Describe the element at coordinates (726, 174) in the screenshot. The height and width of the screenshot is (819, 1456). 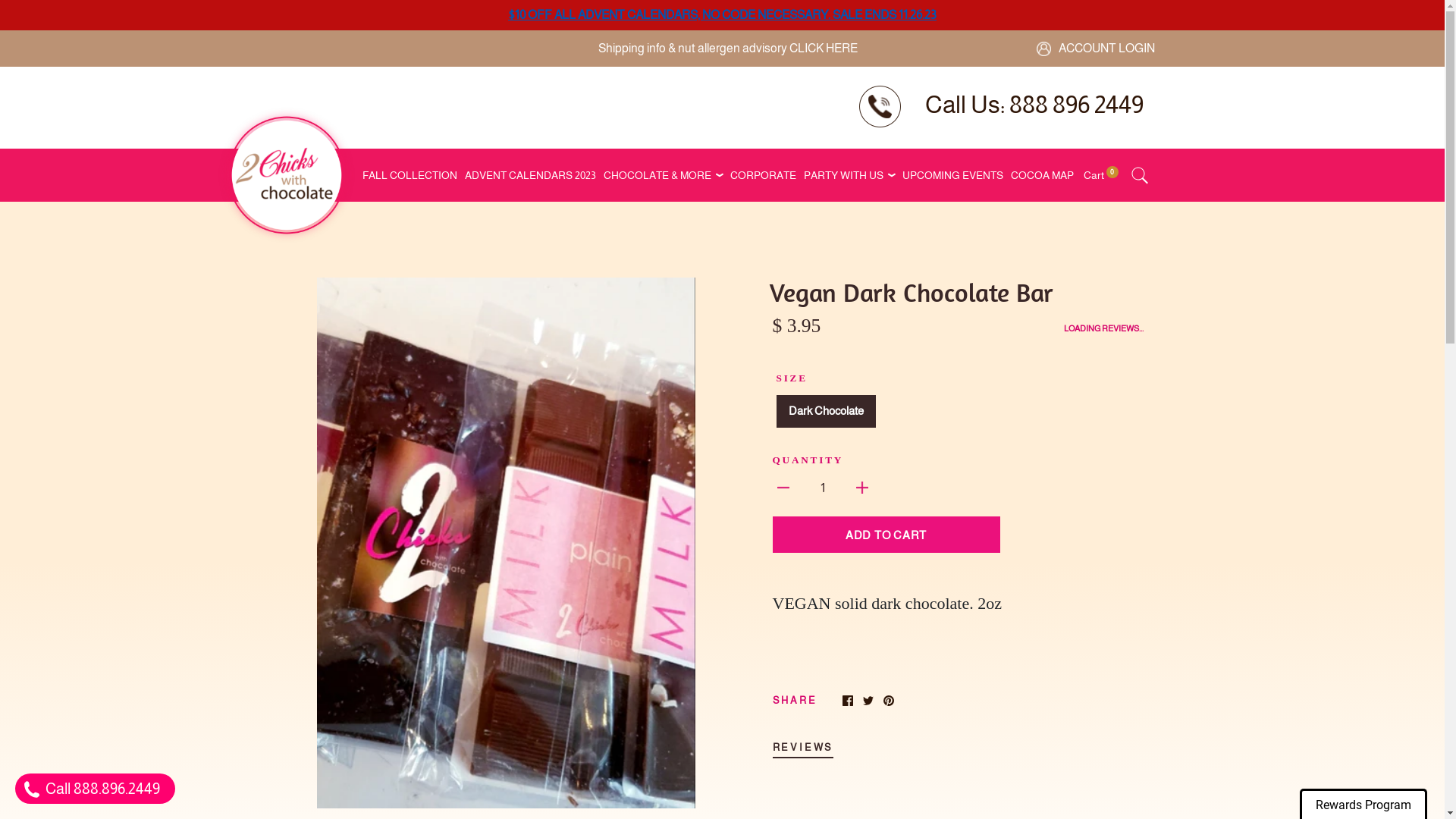
I see `'CORPORATE'` at that location.